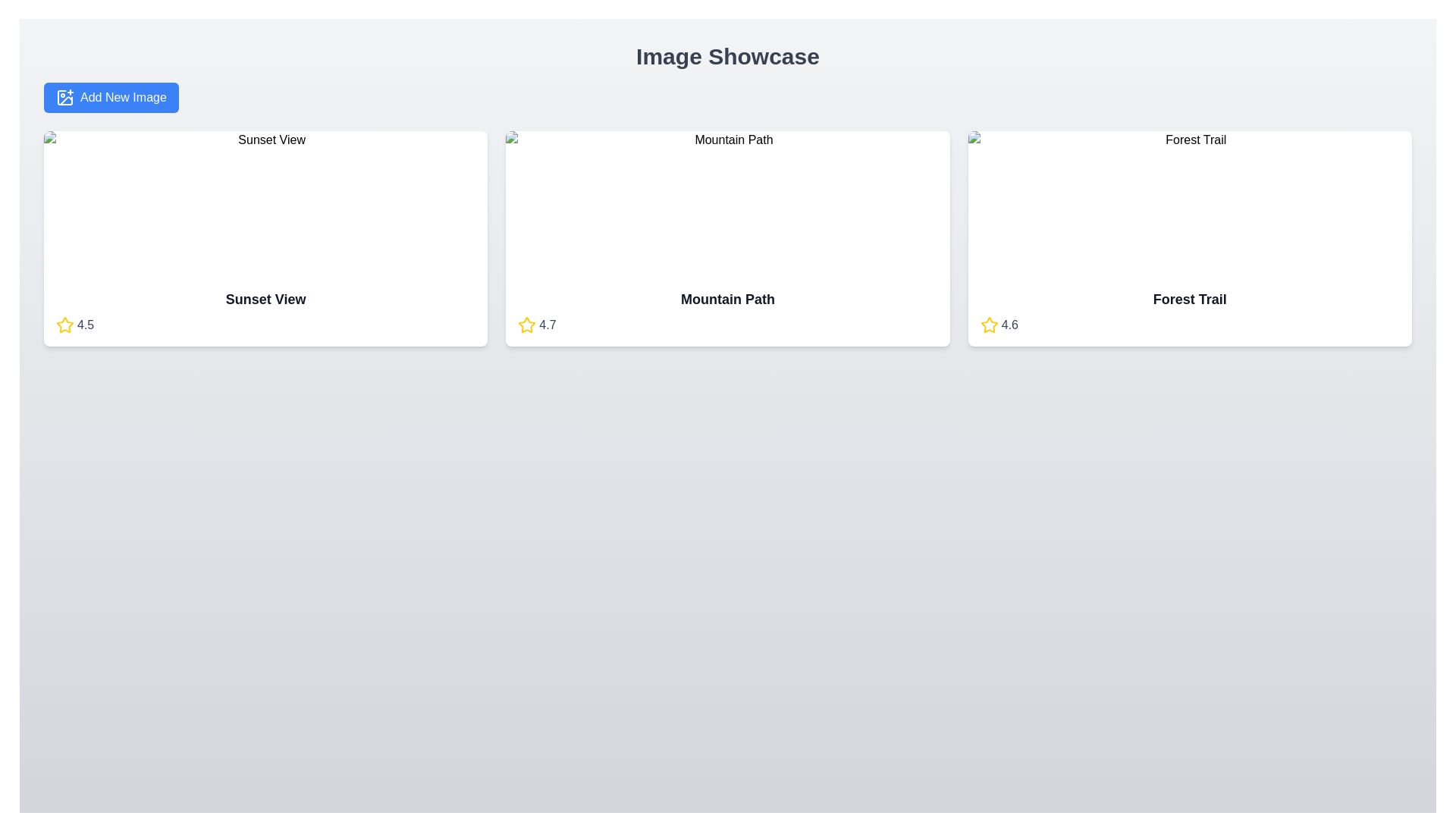  Describe the element at coordinates (1189, 311) in the screenshot. I see `the Text and Icon Display located at the bottom section of the rightmost card in a group of three cards` at that location.